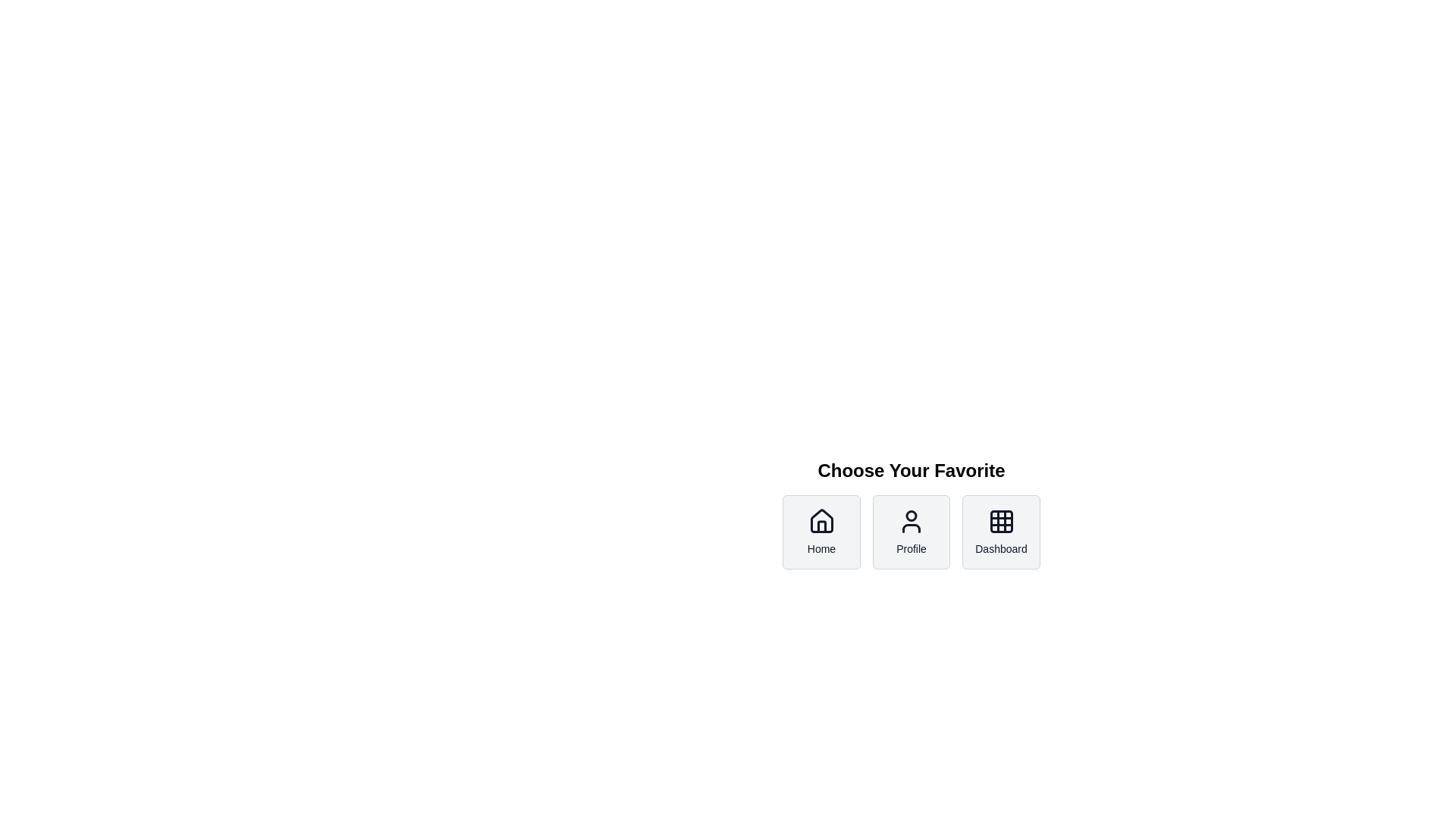 This screenshot has width=1456, height=819. I want to click on the centered vertical stack containing the title 'Choose Your Favorite' and the interactive cards labeled 'Home,' 'Profile,' and 'Dashboard.', so click(910, 513).